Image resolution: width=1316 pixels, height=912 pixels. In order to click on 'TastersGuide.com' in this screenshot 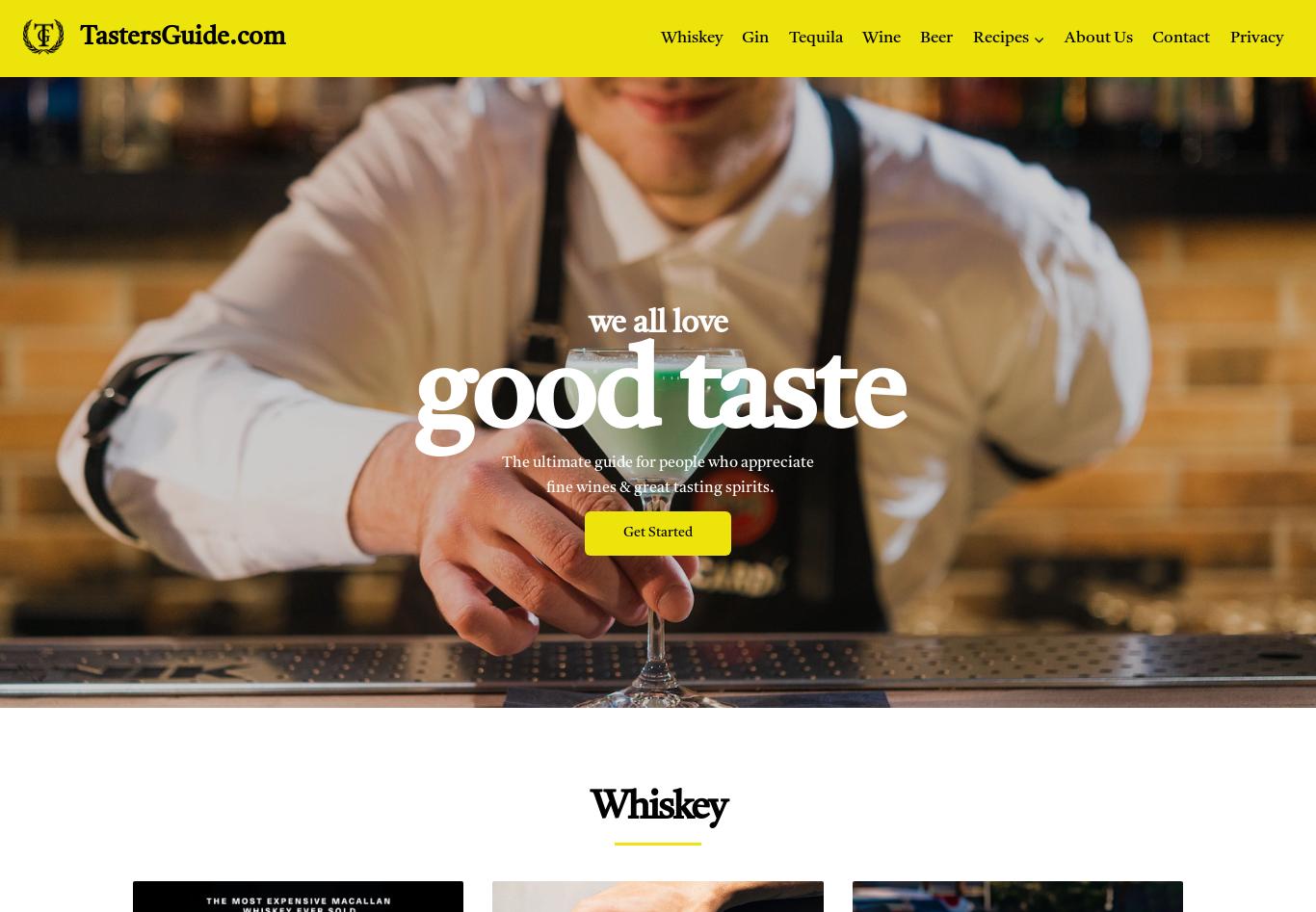, I will do `click(181, 38)`.